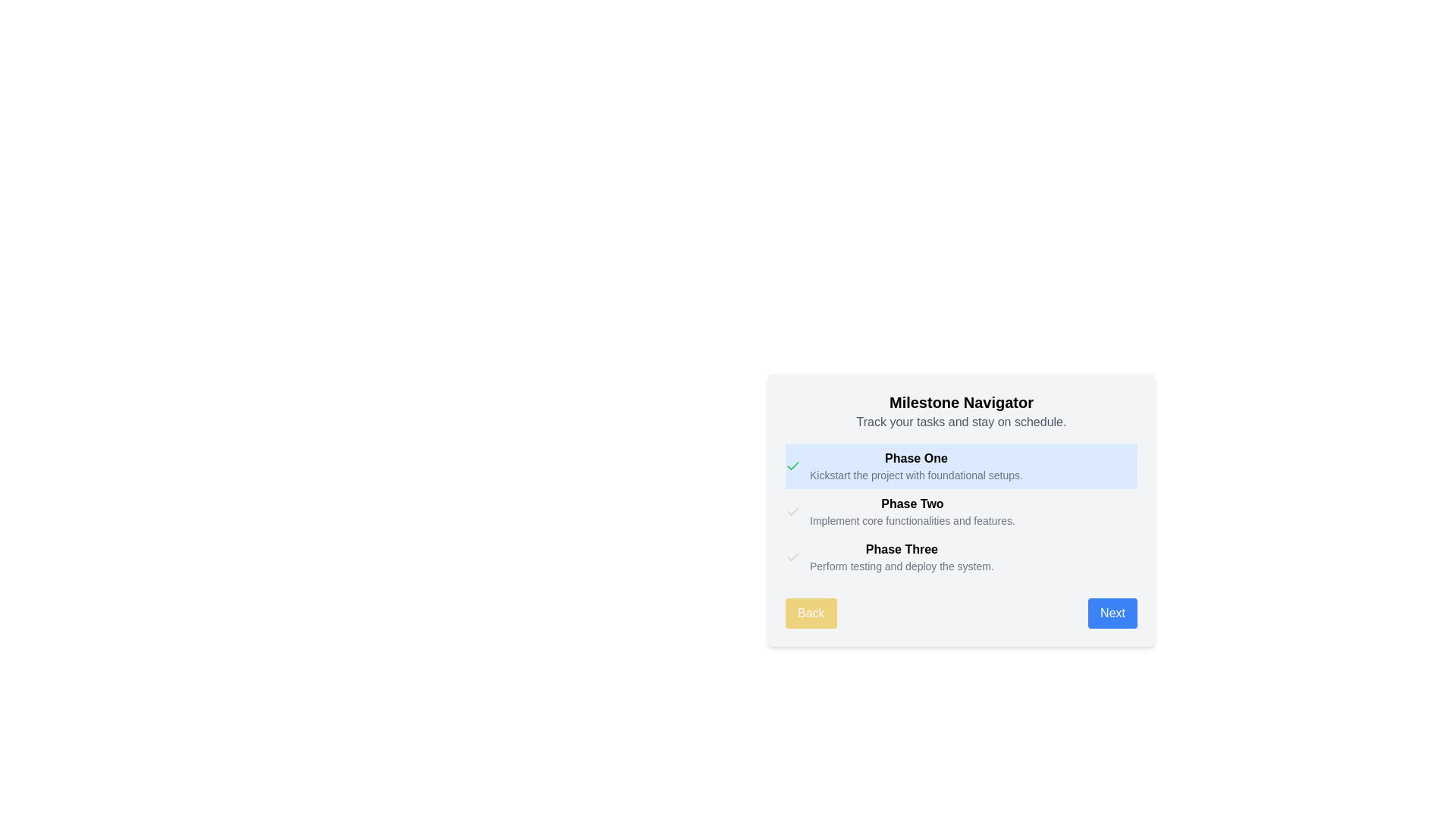 The width and height of the screenshot is (1456, 819). What do you see at coordinates (902, 566) in the screenshot?
I see `the descriptive text label for 'Phase Three' that details the tasks of testing and deploying the system, located below the 'Phase Three' header in the Milestone Navigator interface` at bounding box center [902, 566].